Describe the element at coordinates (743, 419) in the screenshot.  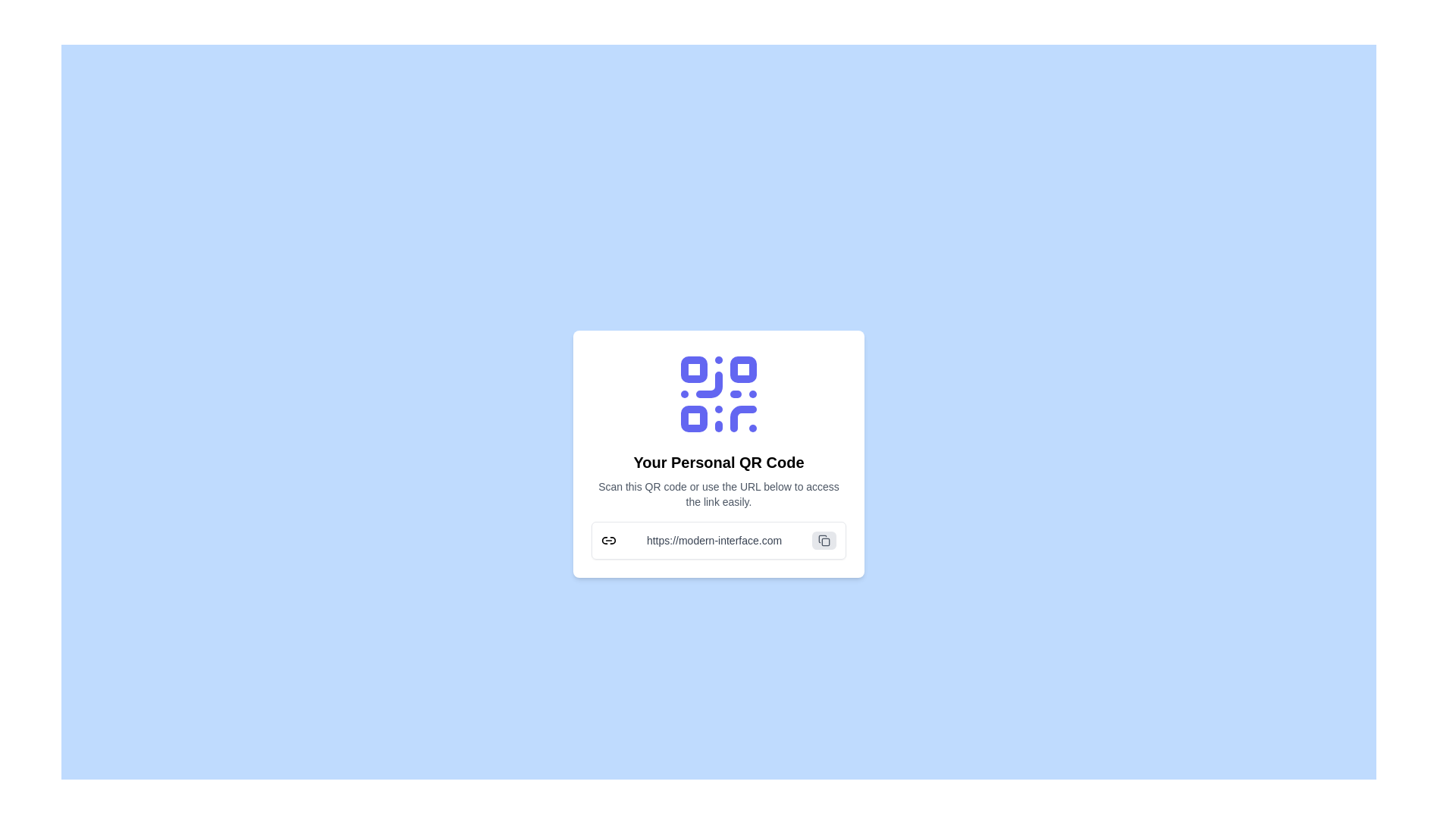
I see `the curved line segment that is part of the QR code-like graphic located in the bottom-right quadrant of the card interface` at that location.